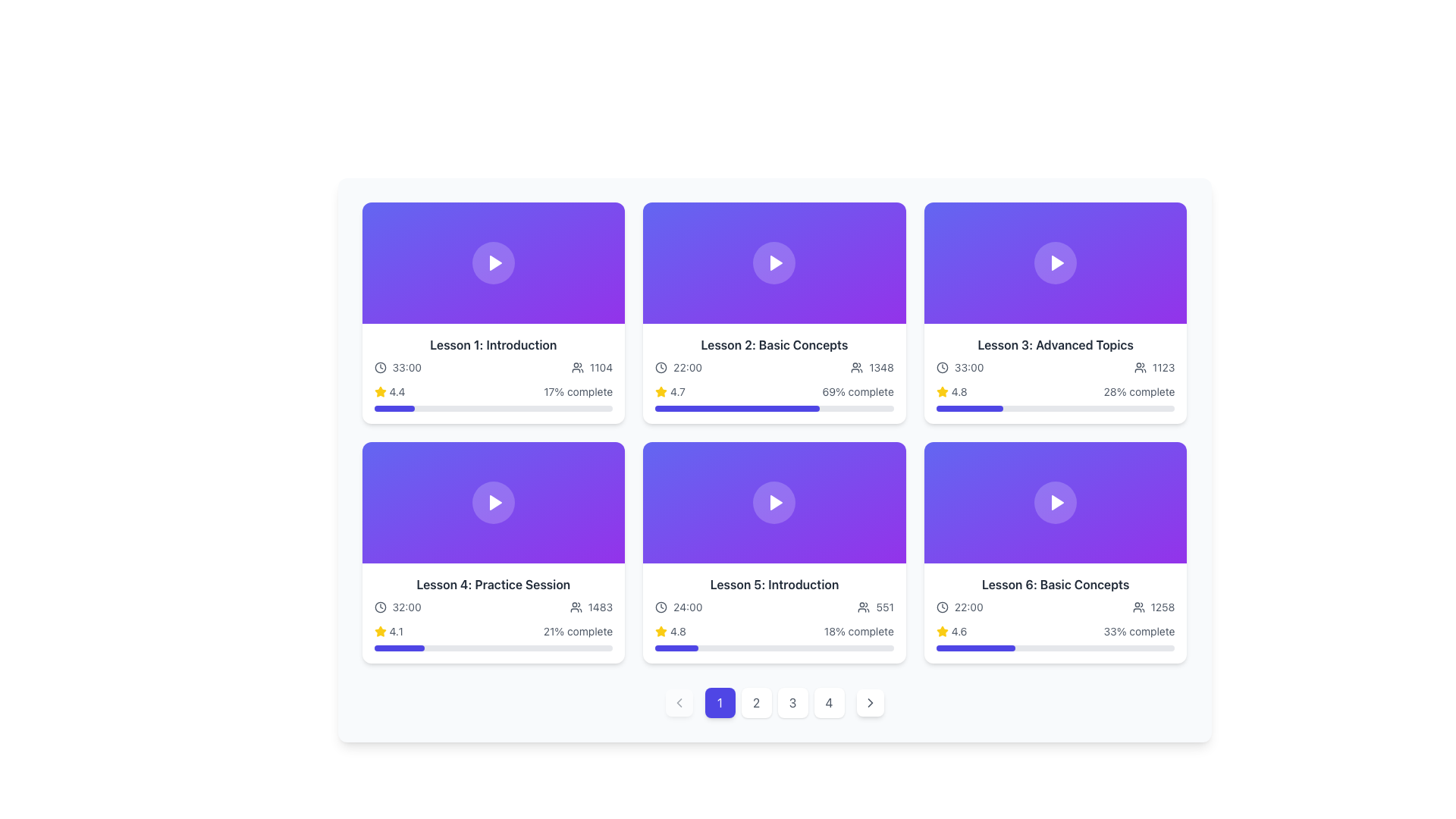  What do you see at coordinates (774, 345) in the screenshot?
I see `the text label that identifies the content as 'Lesson 2: Basic Concepts', which is positioned in the top-middle section of the card` at bounding box center [774, 345].